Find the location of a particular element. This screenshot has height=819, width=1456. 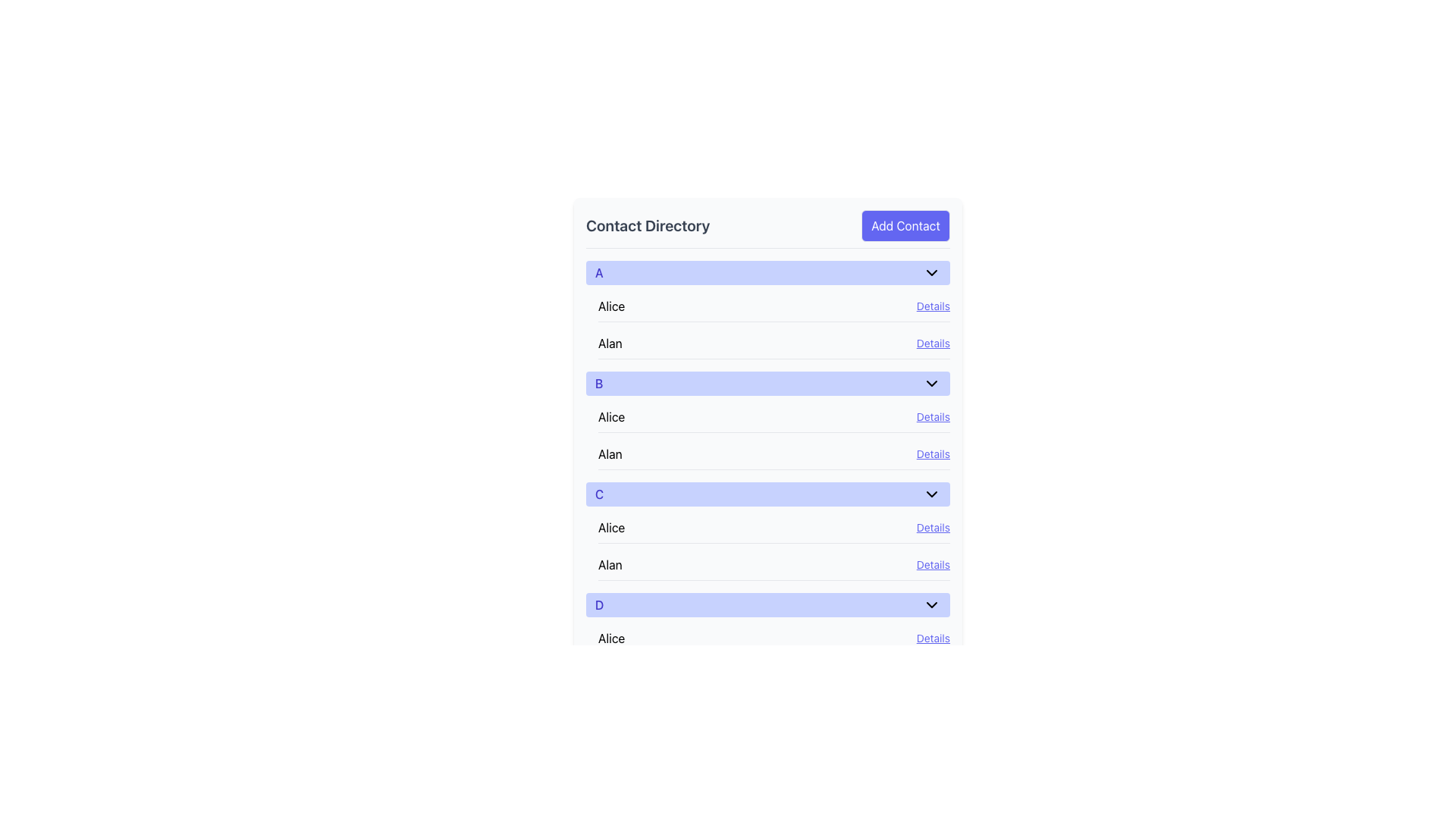

the downward-pointing chevron icon button located to the far right of the list header with the label 'A' is located at coordinates (930, 271).